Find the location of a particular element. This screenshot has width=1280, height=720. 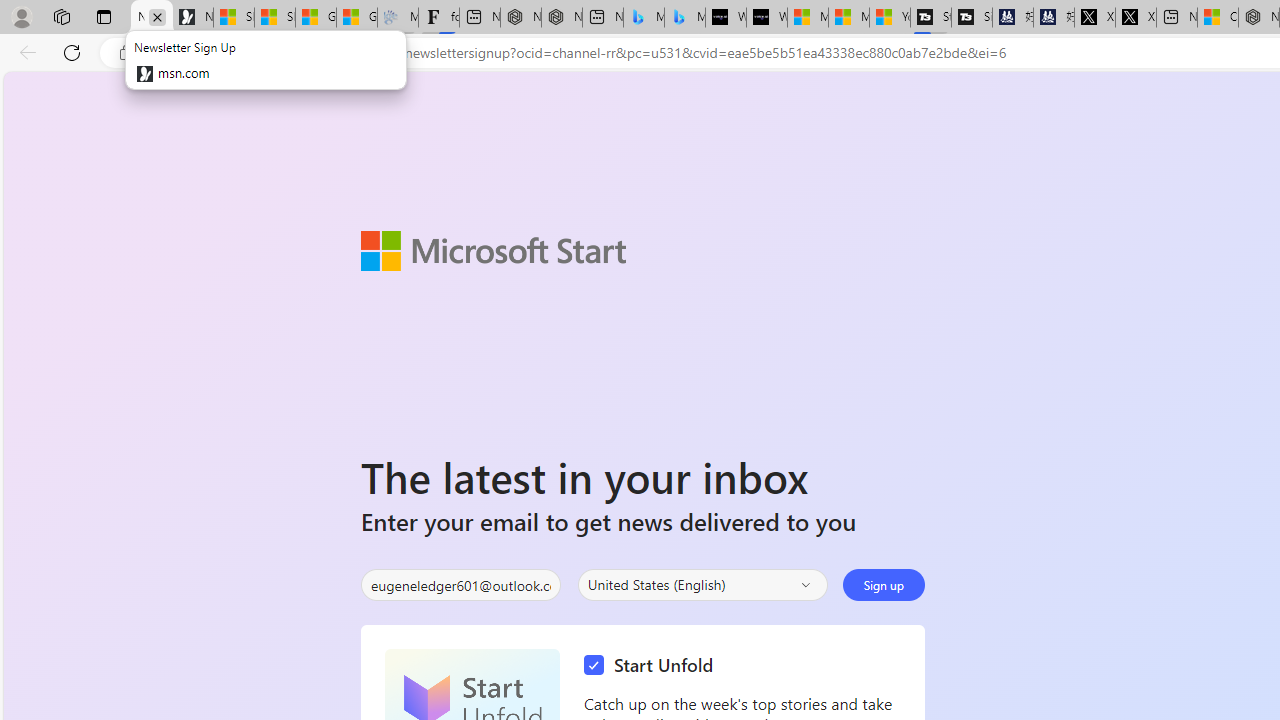

'Start Unfold' is located at coordinates (653, 665).